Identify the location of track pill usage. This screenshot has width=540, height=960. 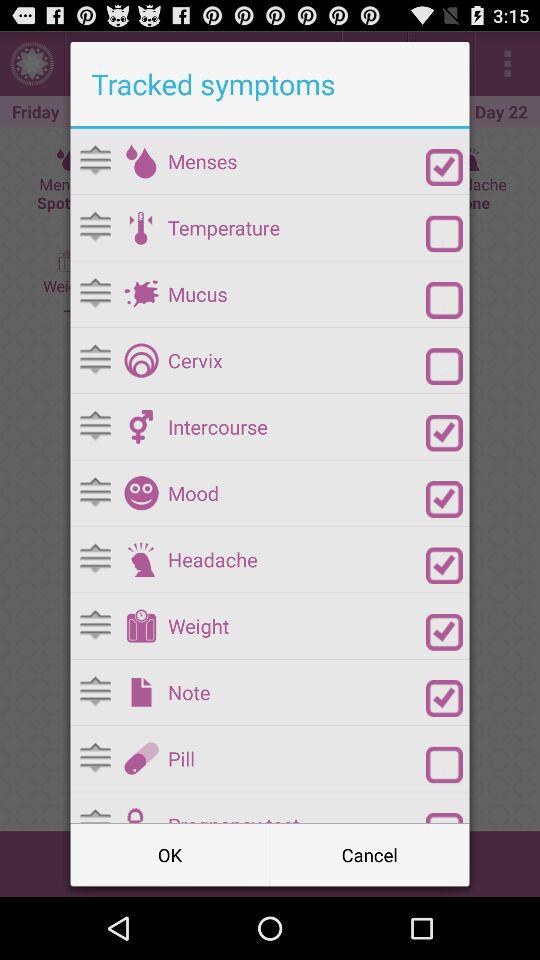
(444, 764).